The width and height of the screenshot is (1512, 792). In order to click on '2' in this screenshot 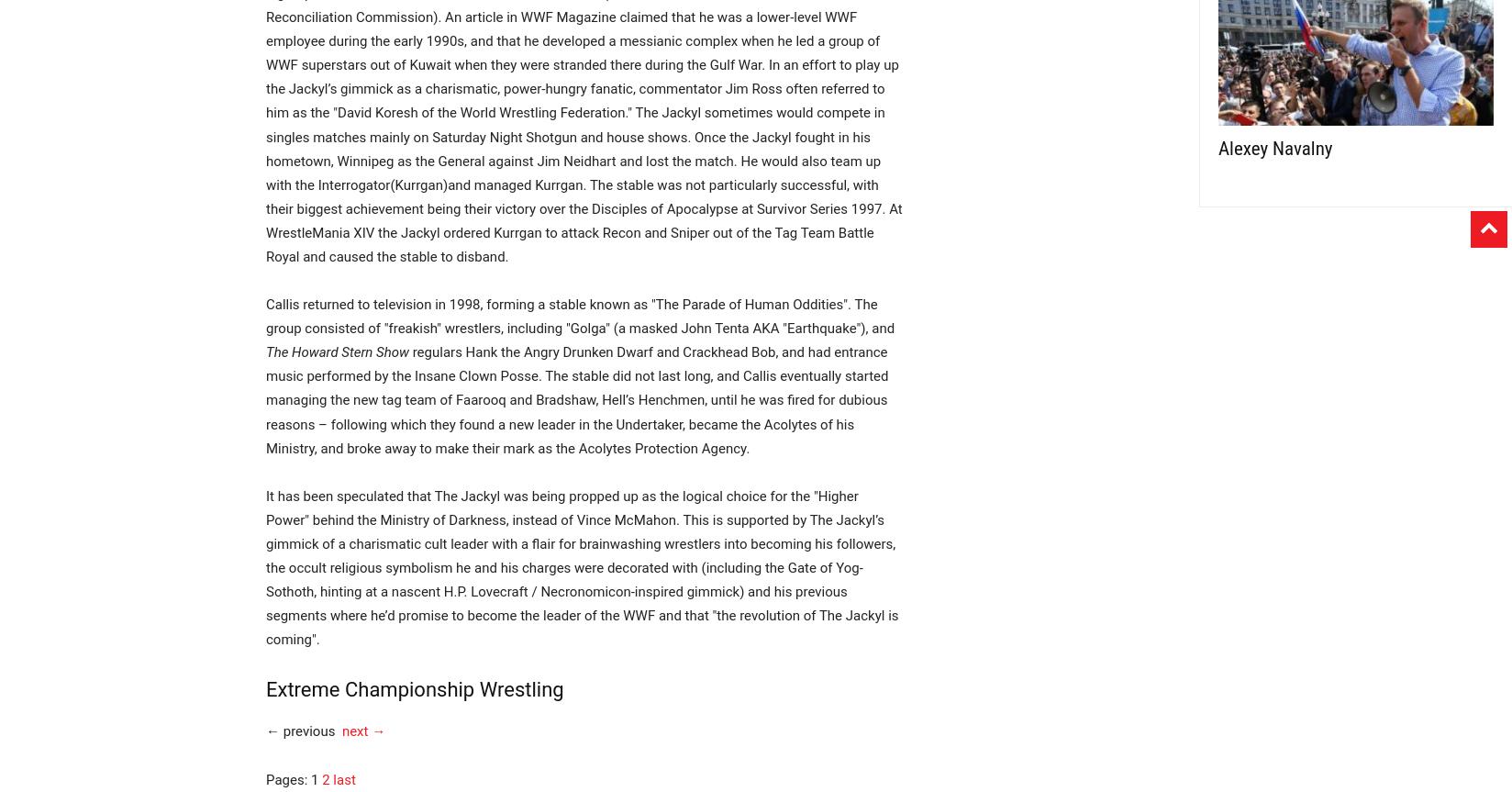, I will do `click(324, 778)`.